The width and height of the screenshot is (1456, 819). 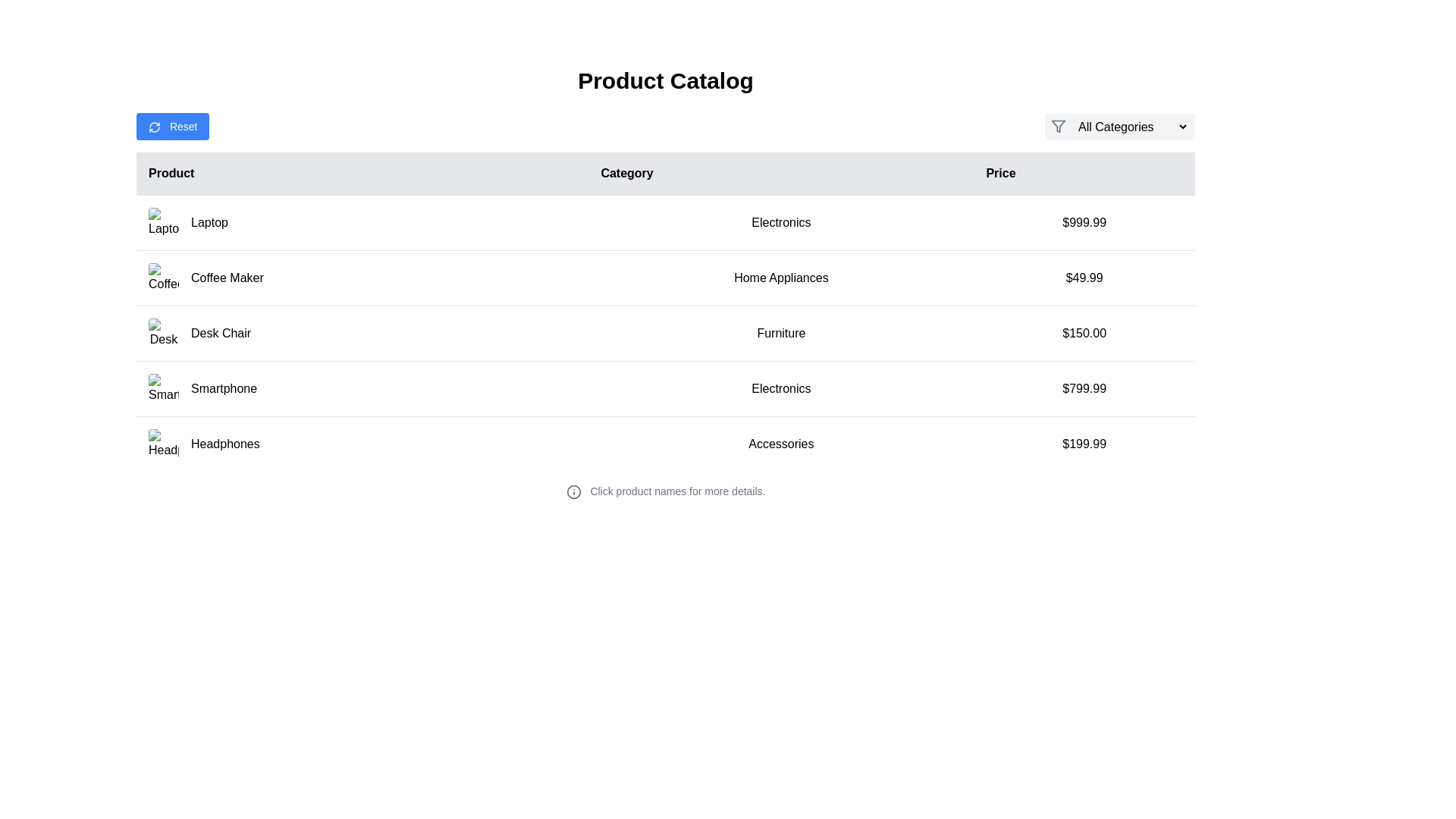 What do you see at coordinates (781, 332) in the screenshot?
I see `text from the 'Furniture' label, which is styled as plain text and located in the third row of a table under the 'Category' column` at bounding box center [781, 332].